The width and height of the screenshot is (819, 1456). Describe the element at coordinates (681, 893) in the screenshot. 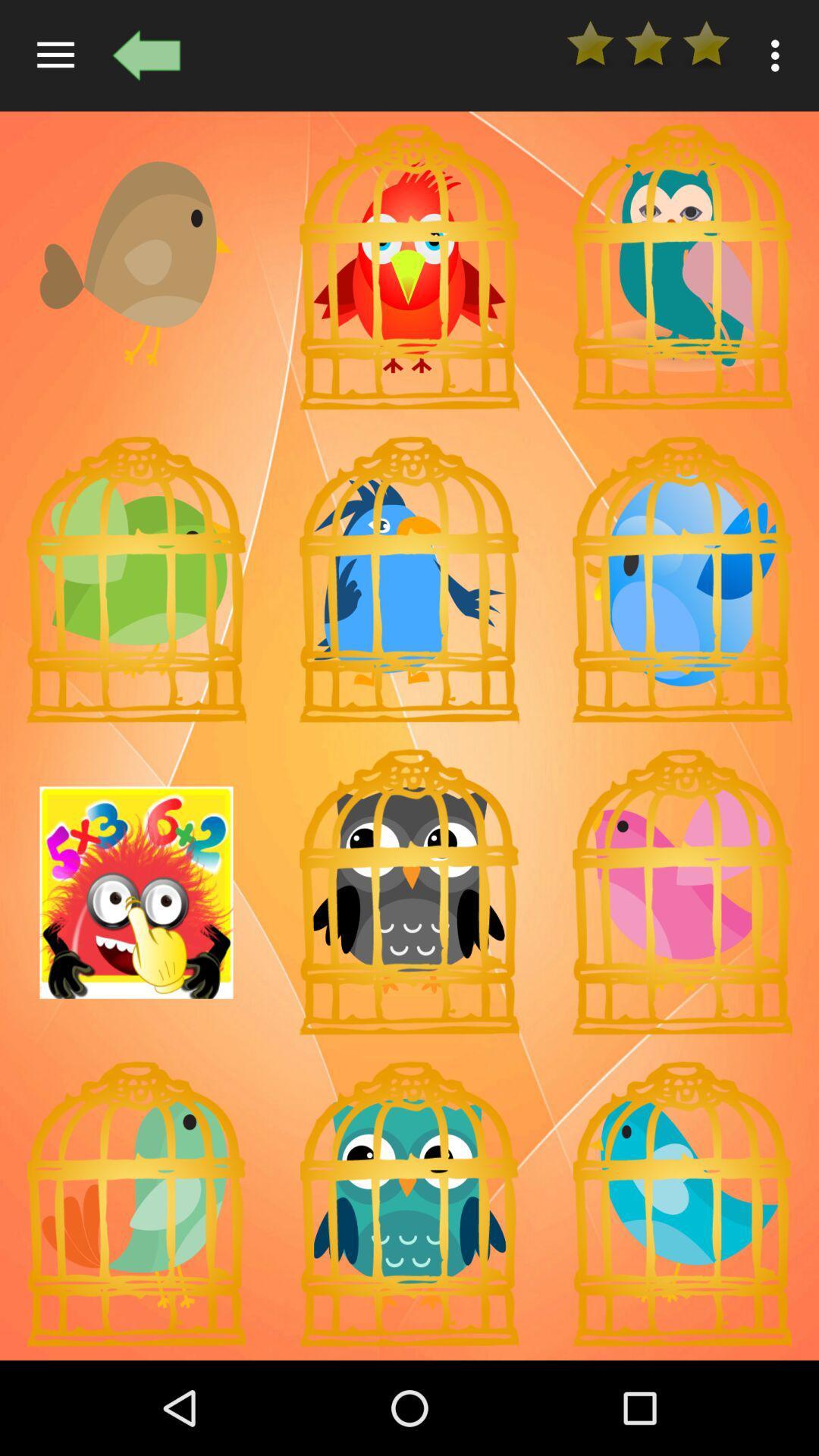

I see `bird` at that location.